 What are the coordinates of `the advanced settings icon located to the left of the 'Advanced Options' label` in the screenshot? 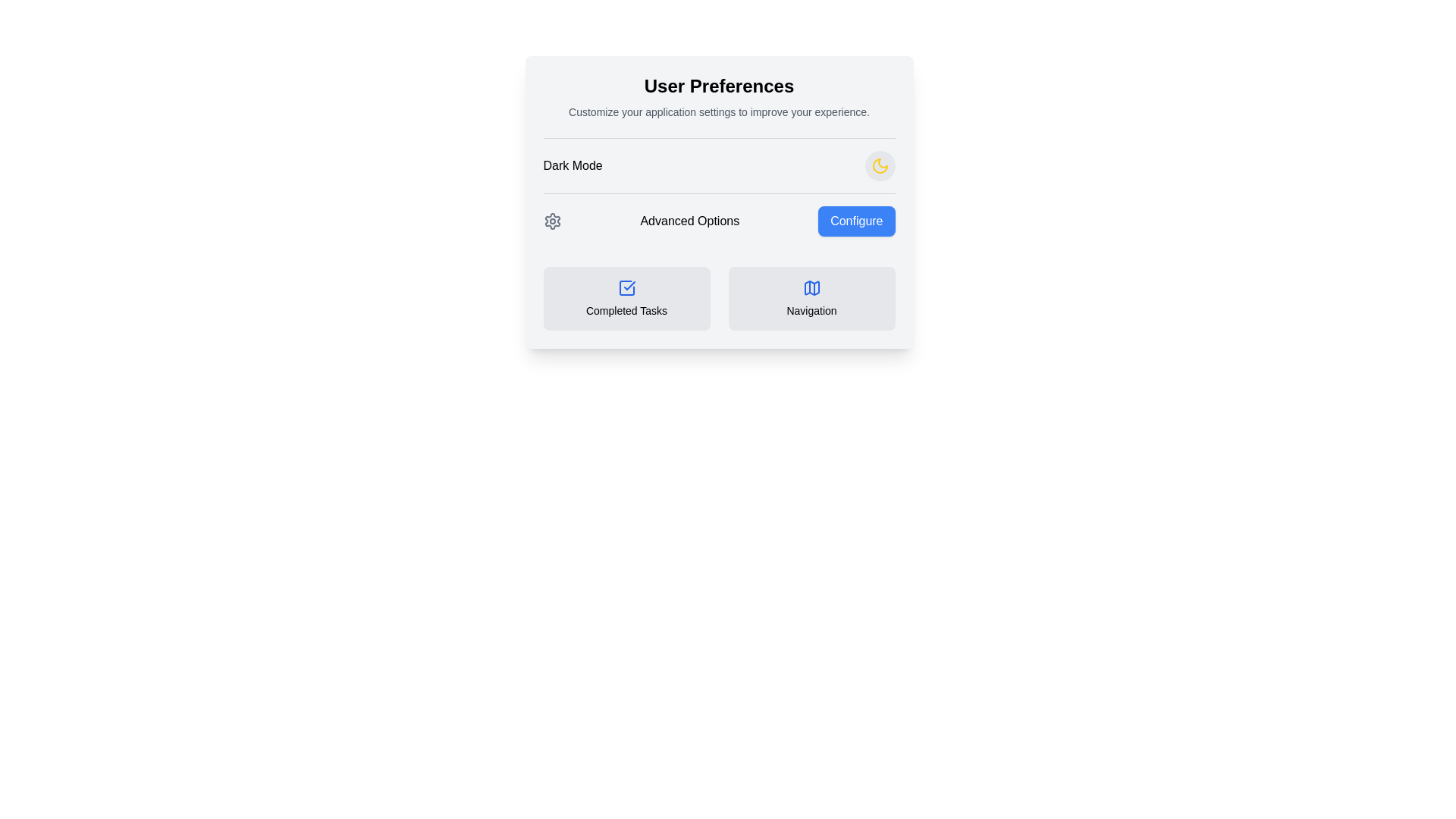 It's located at (551, 221).